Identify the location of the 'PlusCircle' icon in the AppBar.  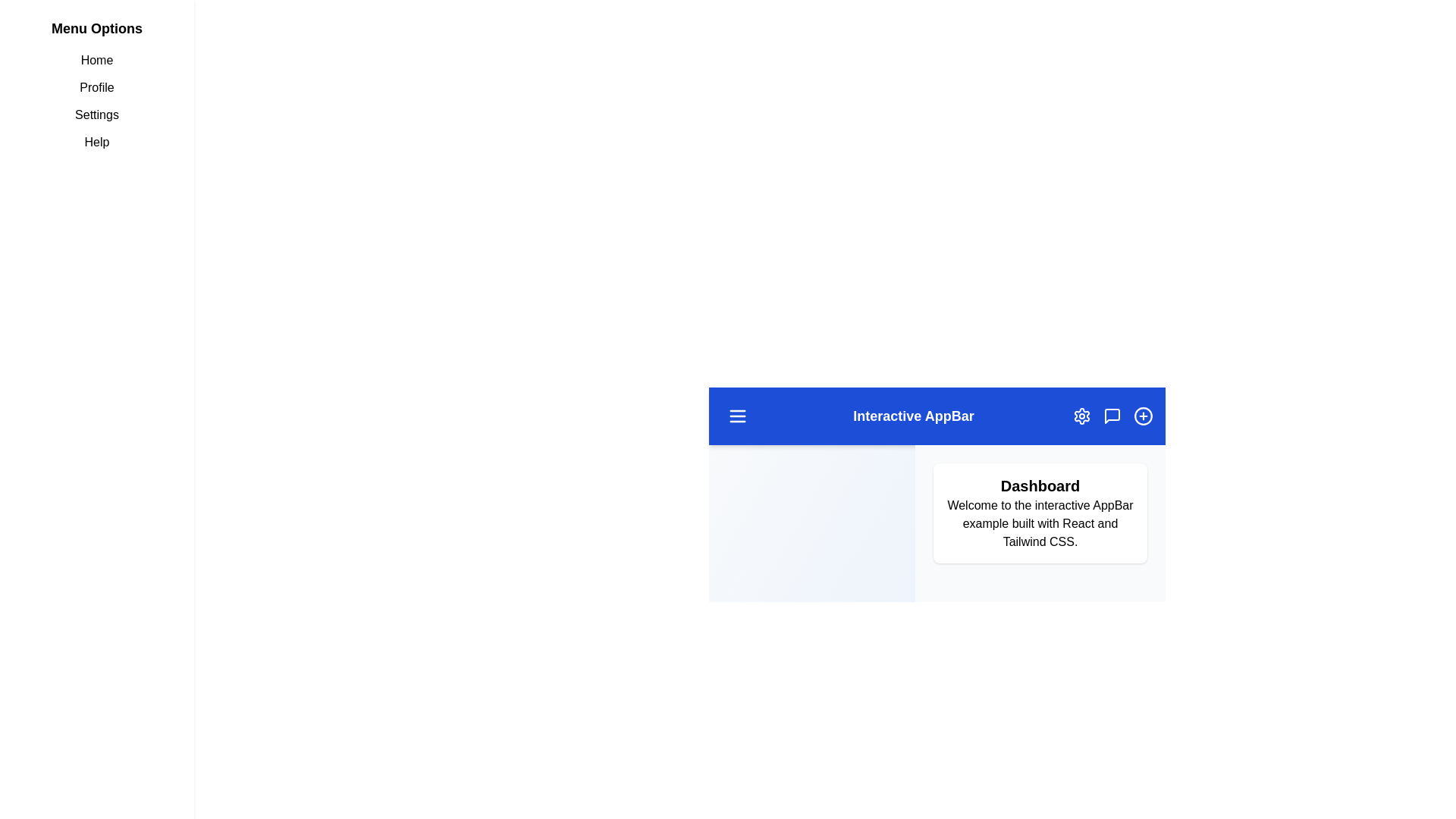
(1143, 416).